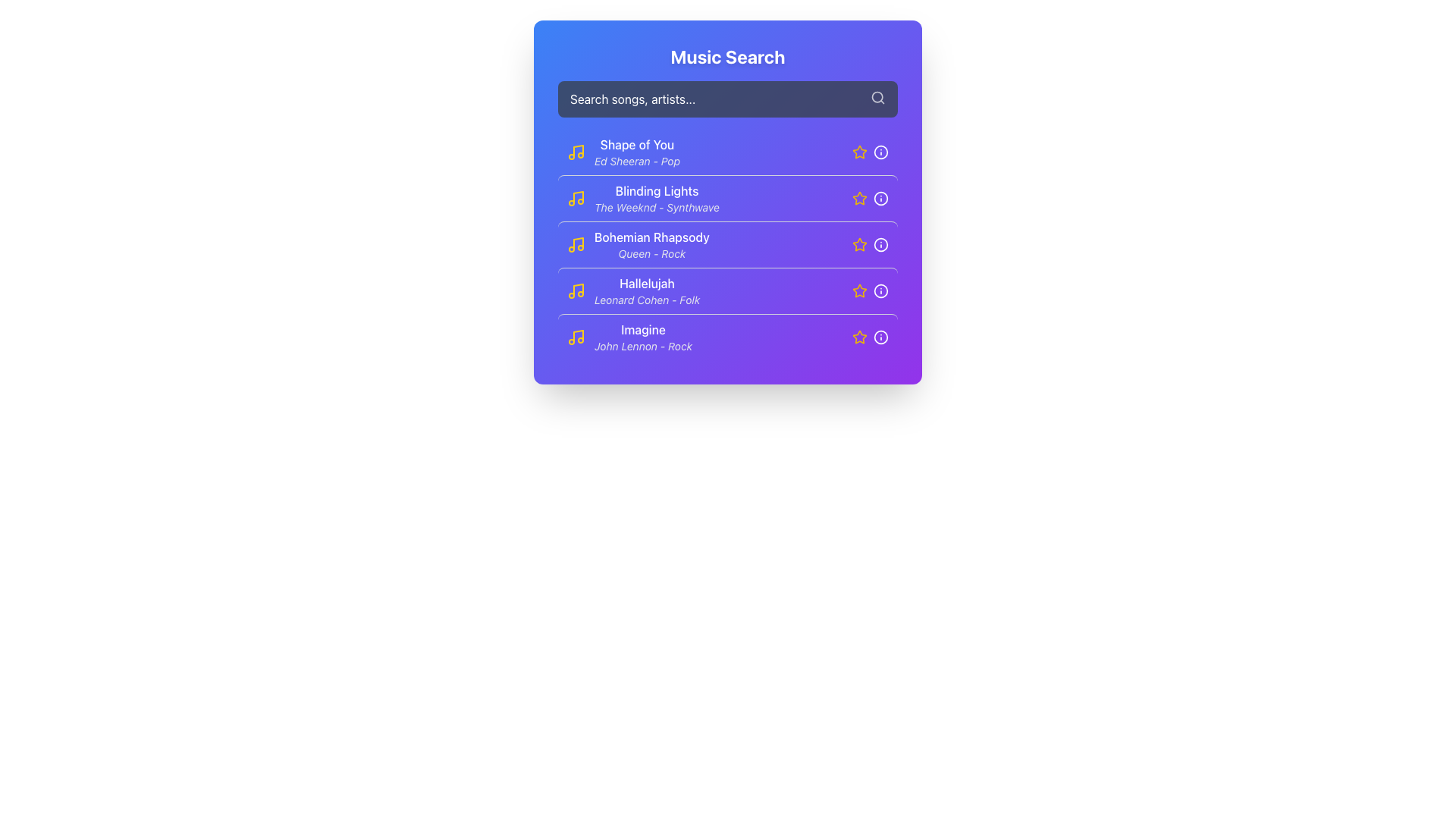 This screenshot has height=819, width=1456. What do you see at coordinates (647, 291) in the screenshot?
I see `the fourth song list item titled 'Hallelujah' by Leonard Cohen` at bounding box center [647, 291].